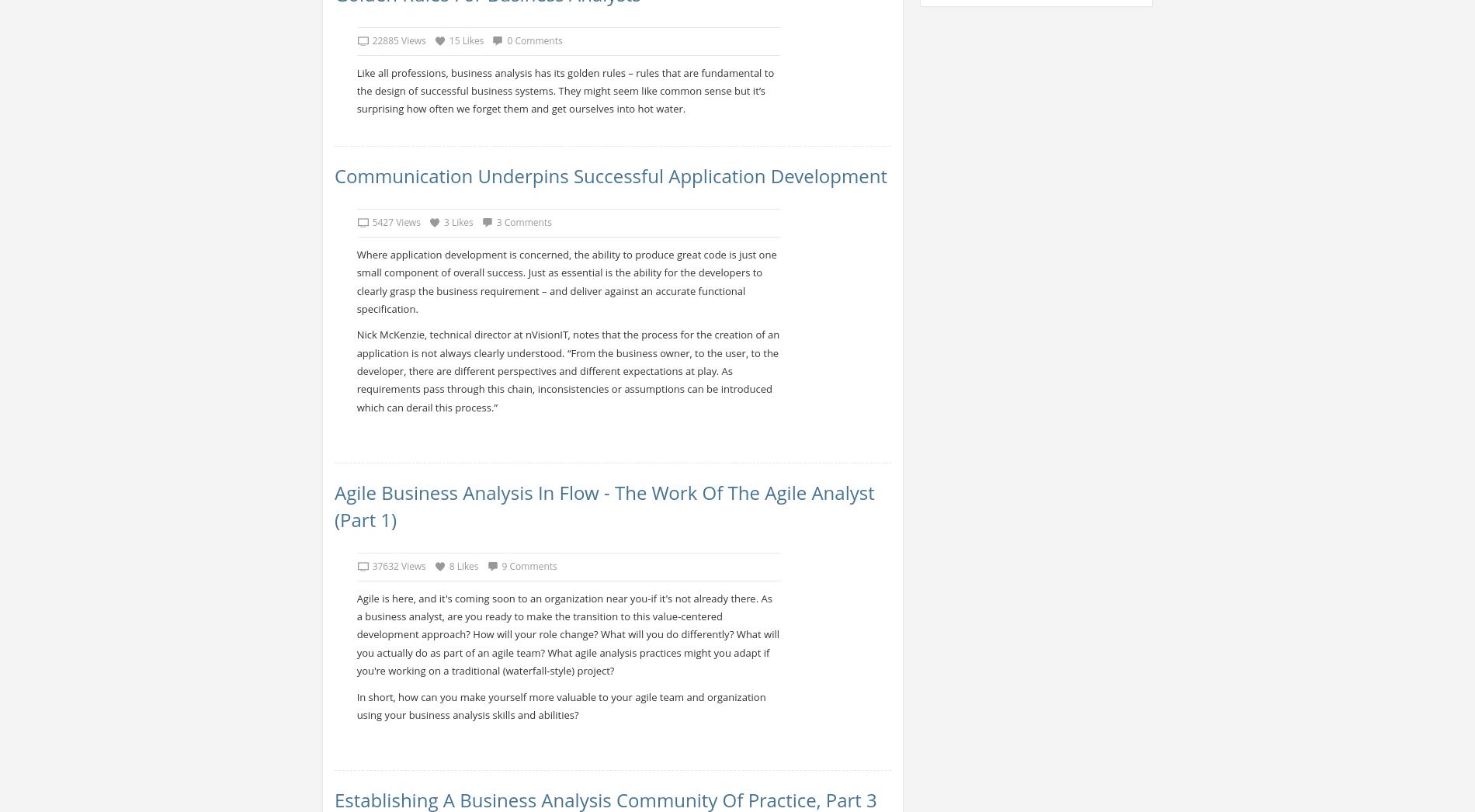 This screenshot has width=1475, height=812. I want to click on 'Like all professions, business analysis has its golden rules – rules that are fundamental to the design of successful business systems. They might seem like common sense but it’s surprising how often we forget them and get ourselves into hot water.', so click(564, 89).